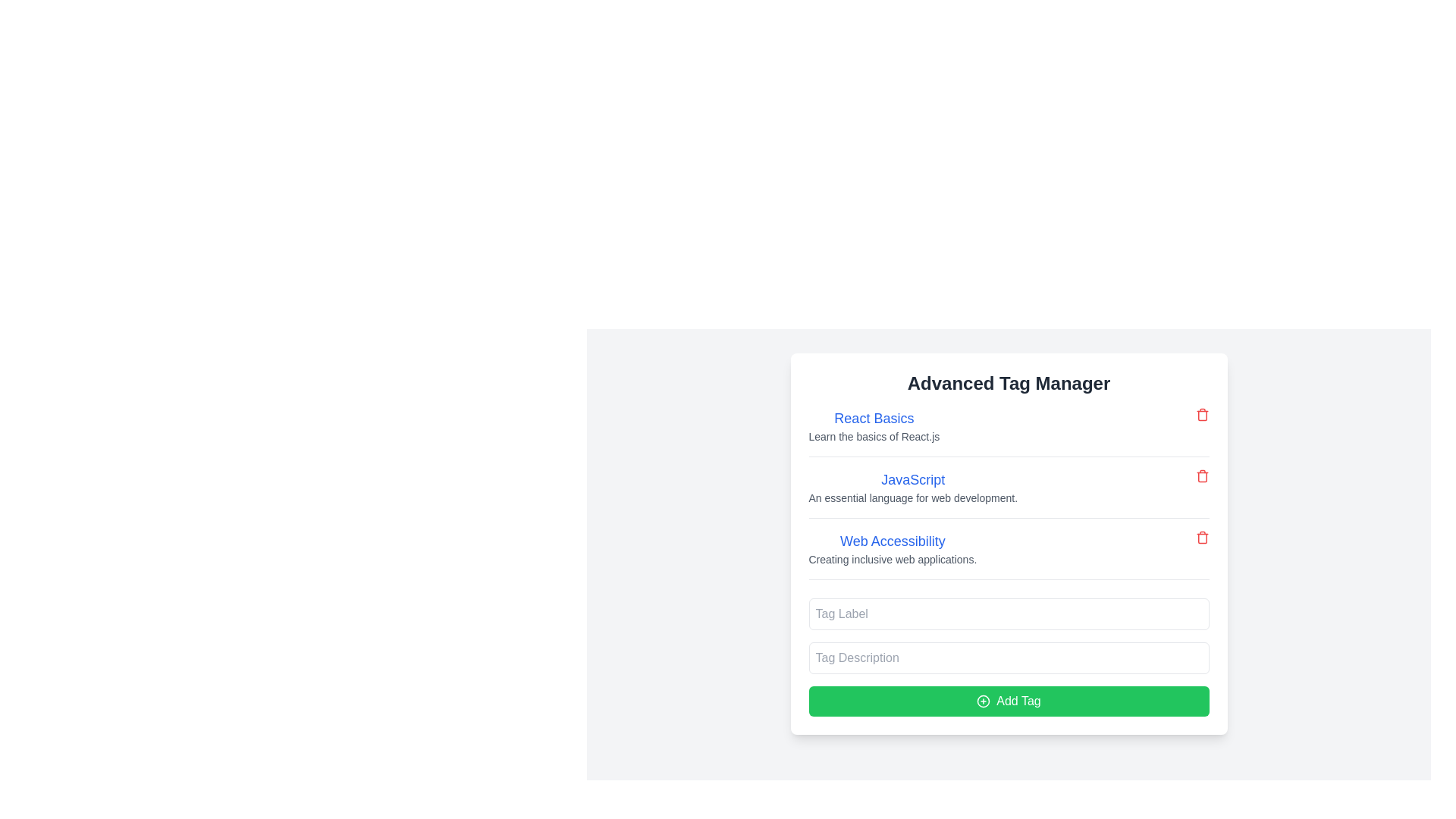 This screenshot has height=819, width=1456. I want to click on the composite text block that serves as a descriptive label for information about JavaScript, located in the center-right of the 'Advanced Tag Manager' section, so click(1009, 494).